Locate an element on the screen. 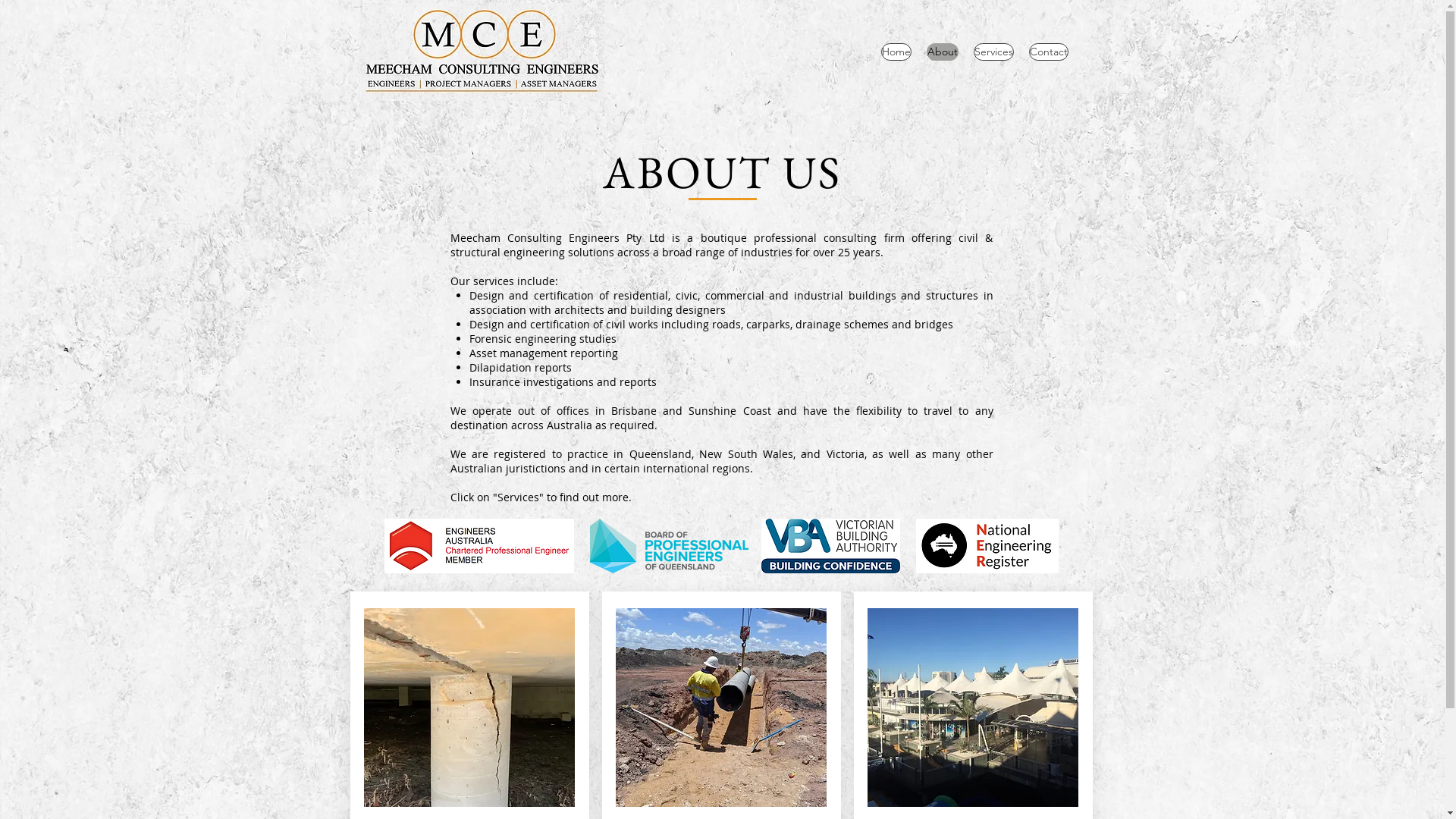 This screenshot has width=1456, height=819. 'Home' is located at coordinates (896, 51).